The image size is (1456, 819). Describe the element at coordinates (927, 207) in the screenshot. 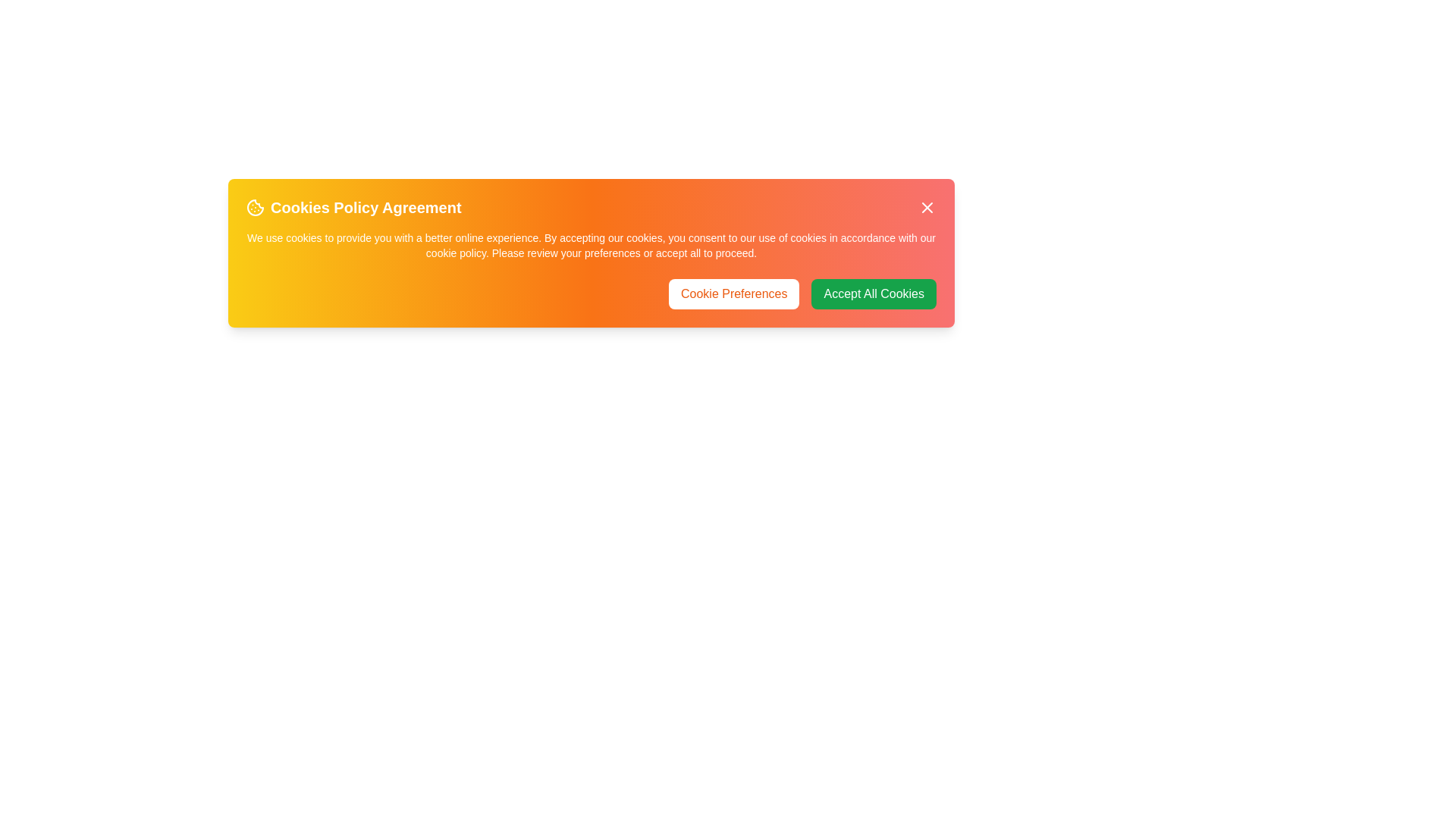

I see `the close button icon in the top-right corner of the cookie agreement banner` at that location.